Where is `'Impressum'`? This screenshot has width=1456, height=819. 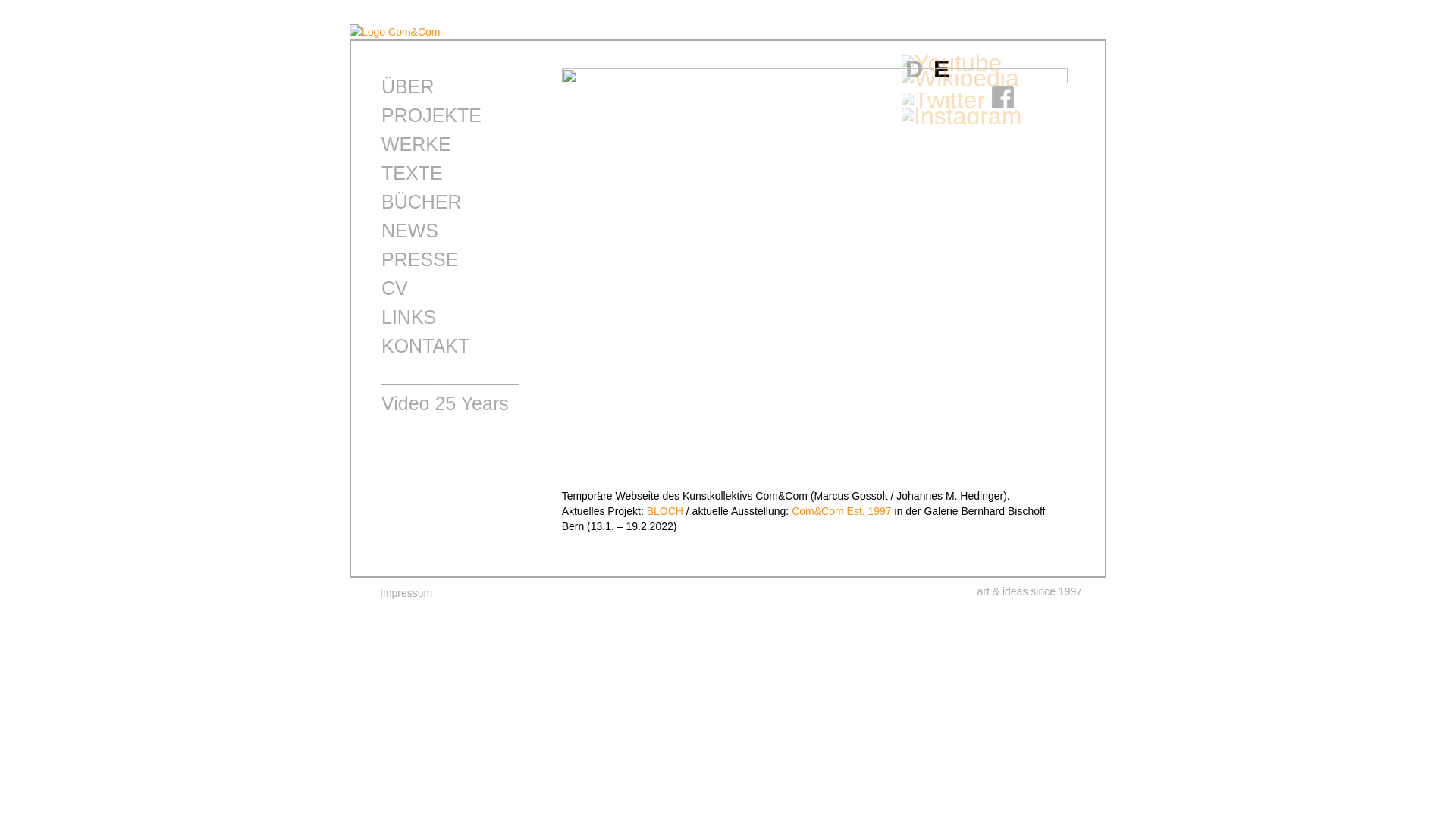
'Impressum' is located at coordinates (379, 592).